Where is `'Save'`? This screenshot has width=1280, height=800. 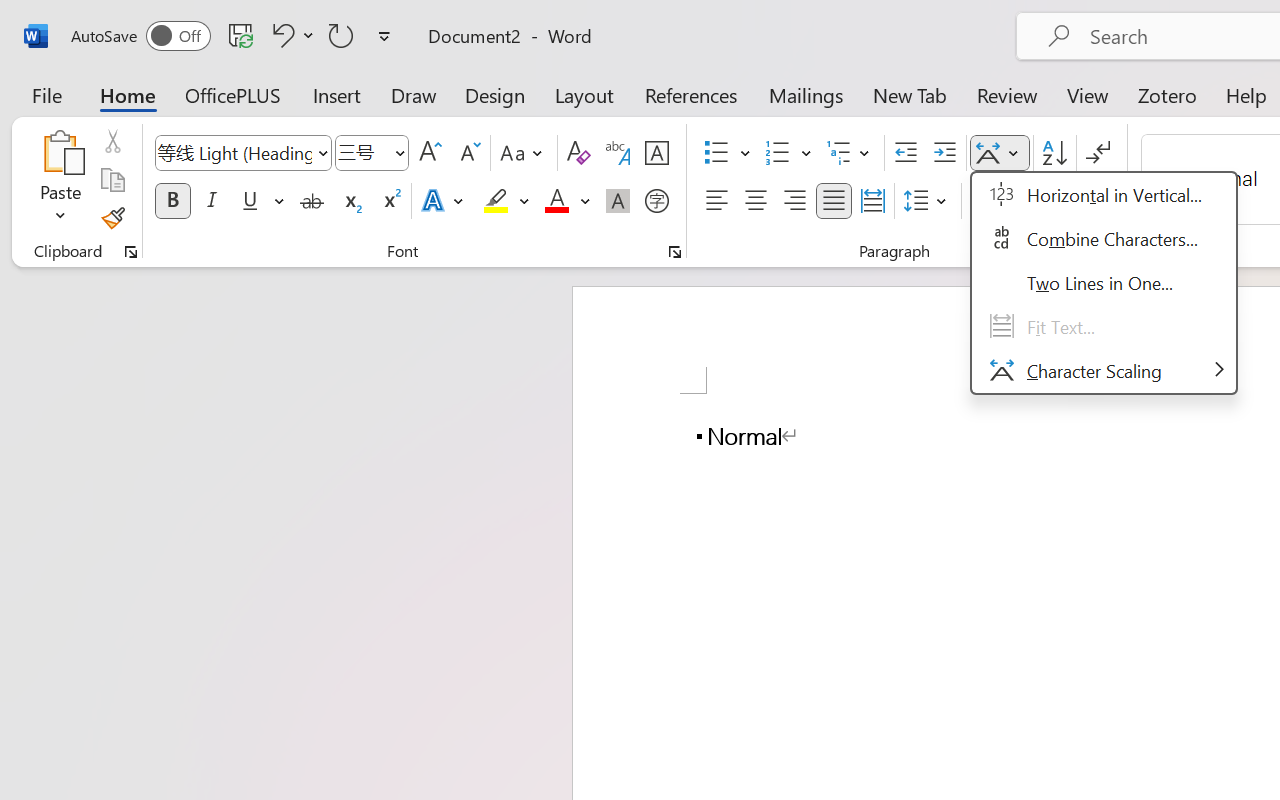 'Save' is located at coordinates (240, 34).